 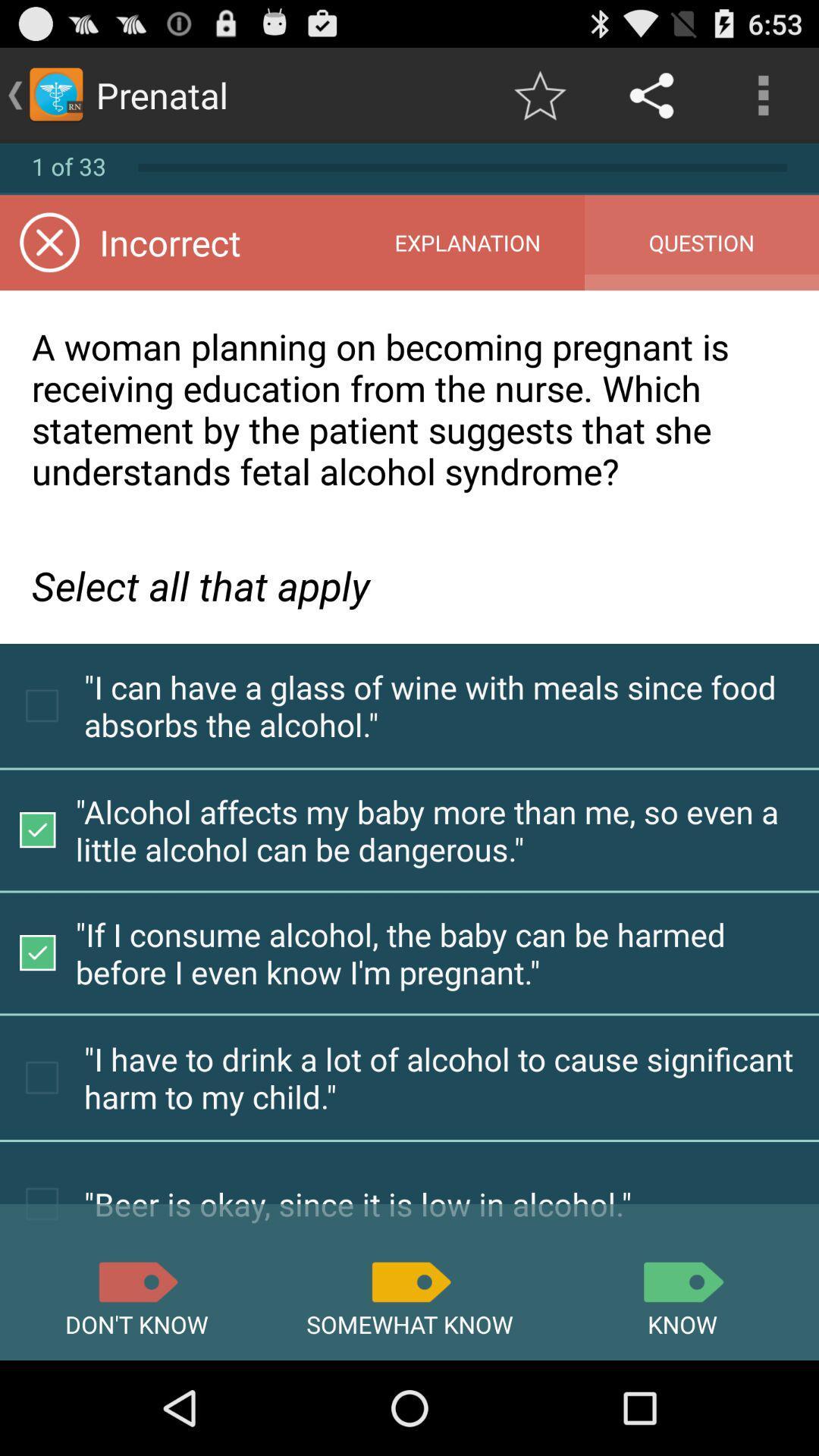 What do you see at coordinates (409, 1281) in the screenshot?
I see `somewhat know option` at bounding box center [409, 1281].